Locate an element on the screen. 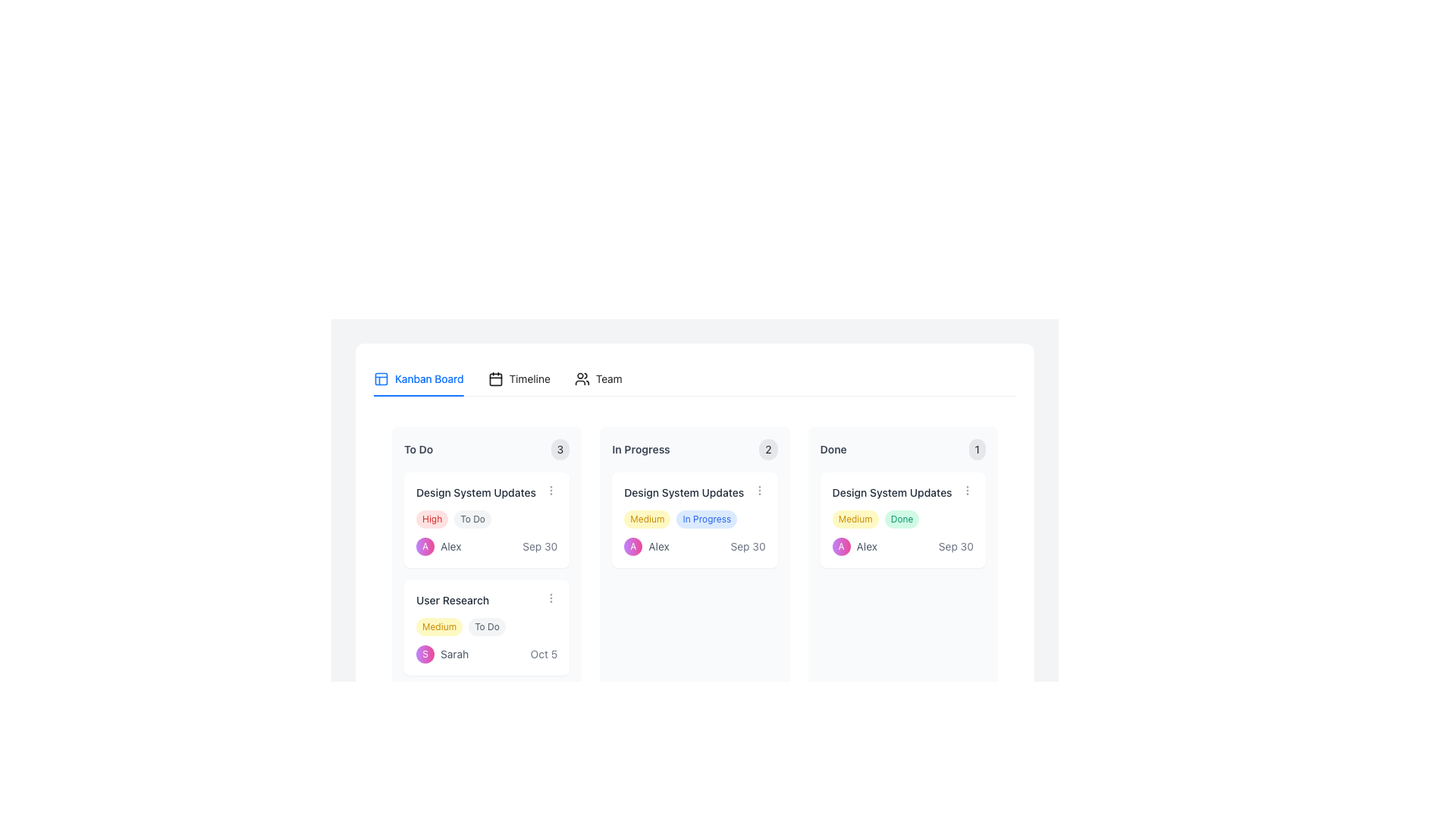 The height and width of the screenshot is (819, 1456). the group of people icon in the top navigation bar, which is located directly next to the 'Team' label is located at coordinates (581, 378).